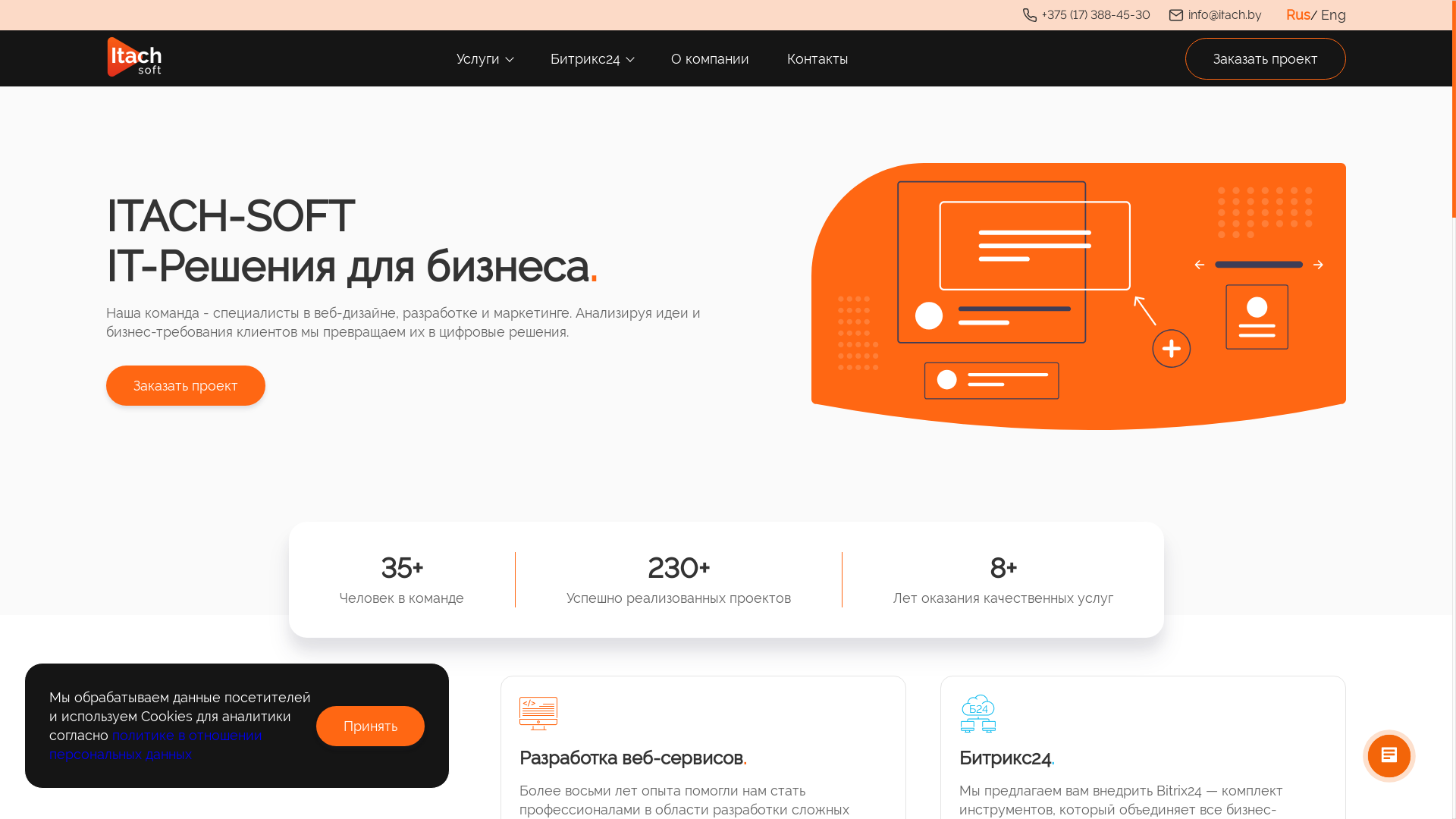 The image size is (1456, 819). I want to click on 'Rus', so click(1298, 14).